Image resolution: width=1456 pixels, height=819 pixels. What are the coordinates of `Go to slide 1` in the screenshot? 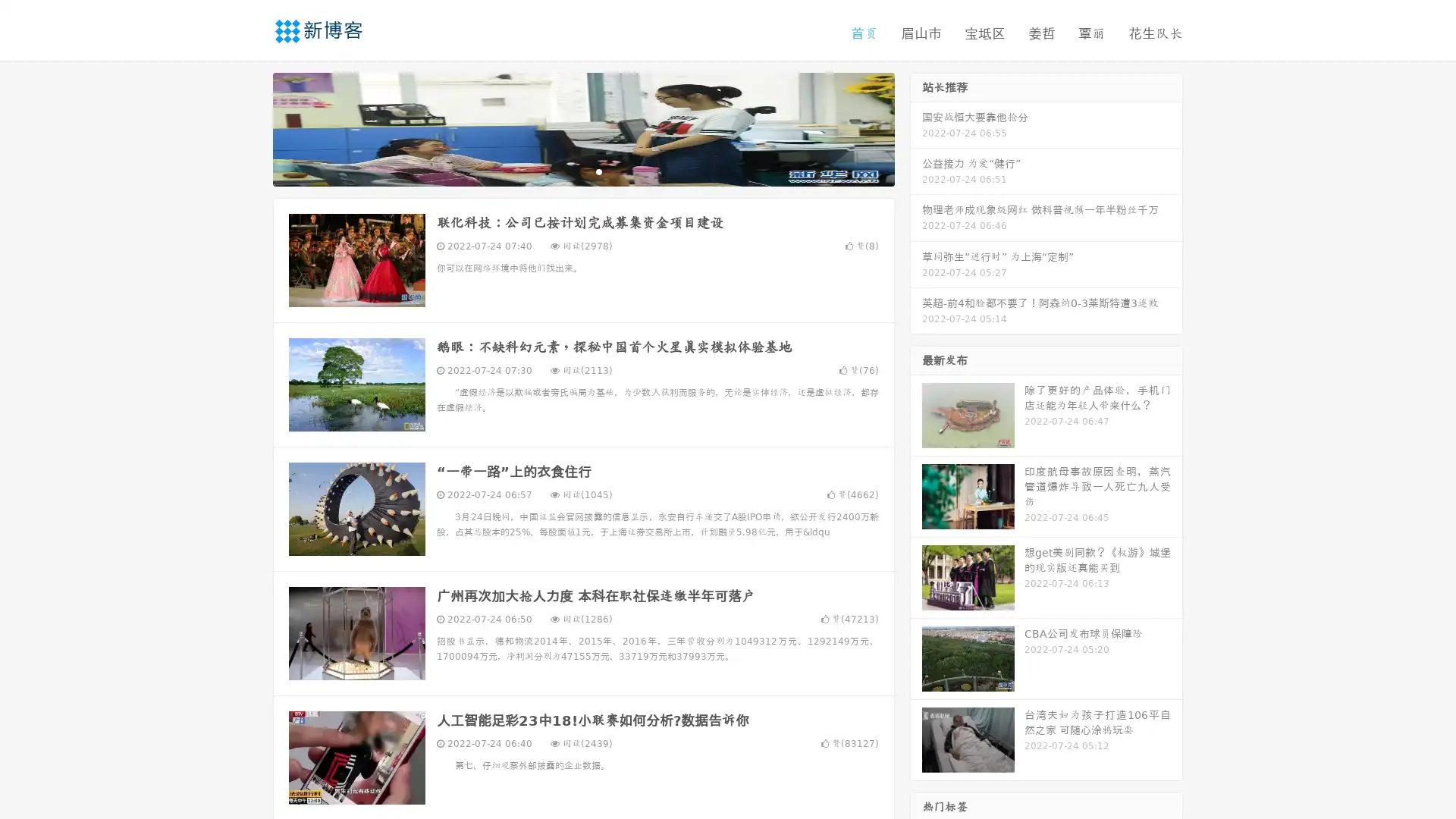 It's located at (567, 171).